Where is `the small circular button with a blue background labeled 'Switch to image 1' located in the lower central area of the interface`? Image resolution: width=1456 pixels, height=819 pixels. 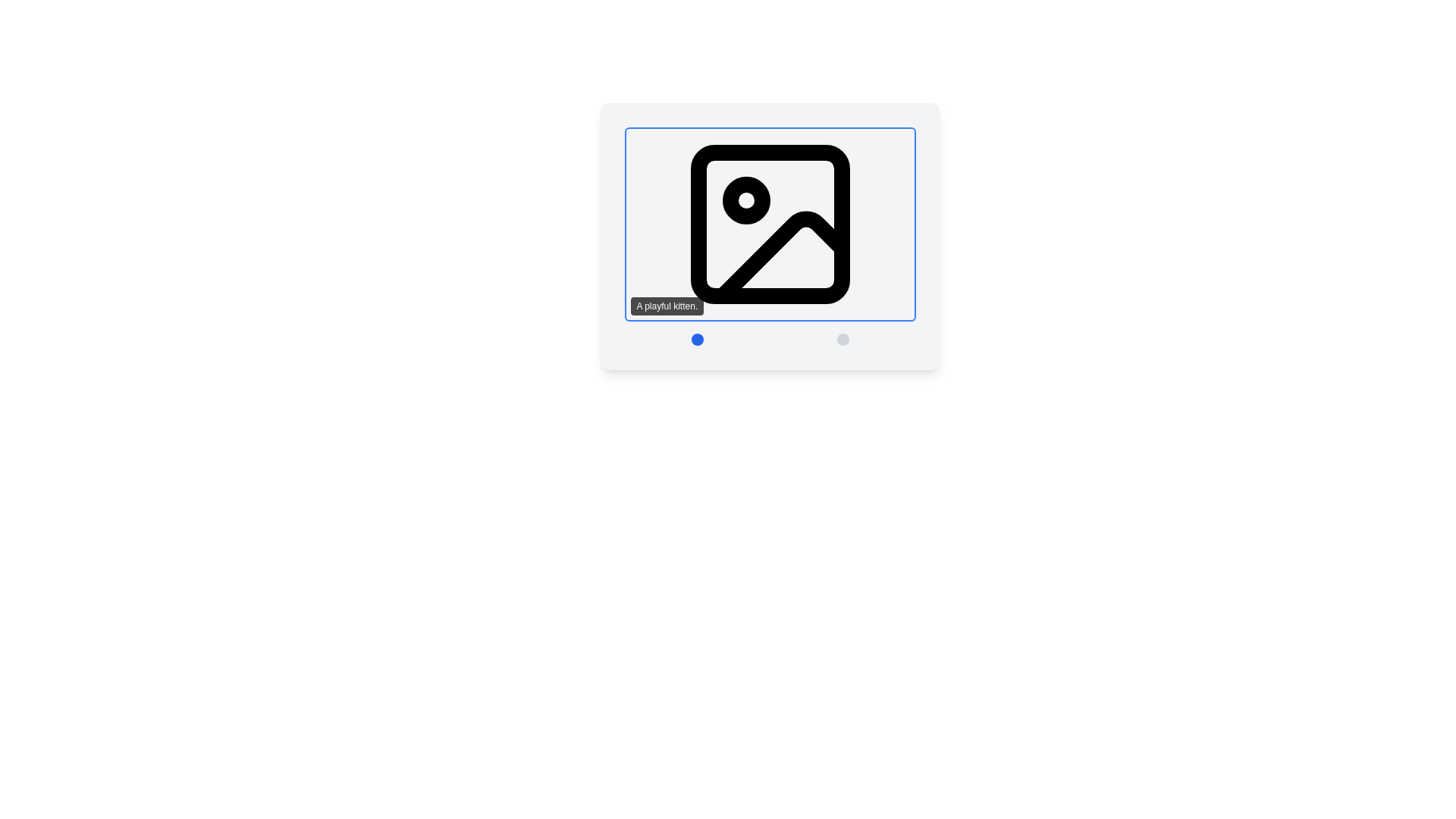
the small circular button with a blue background labeled 'Switch to image 1' located in the lower central area of the interface is located at coordinates (696, 338).